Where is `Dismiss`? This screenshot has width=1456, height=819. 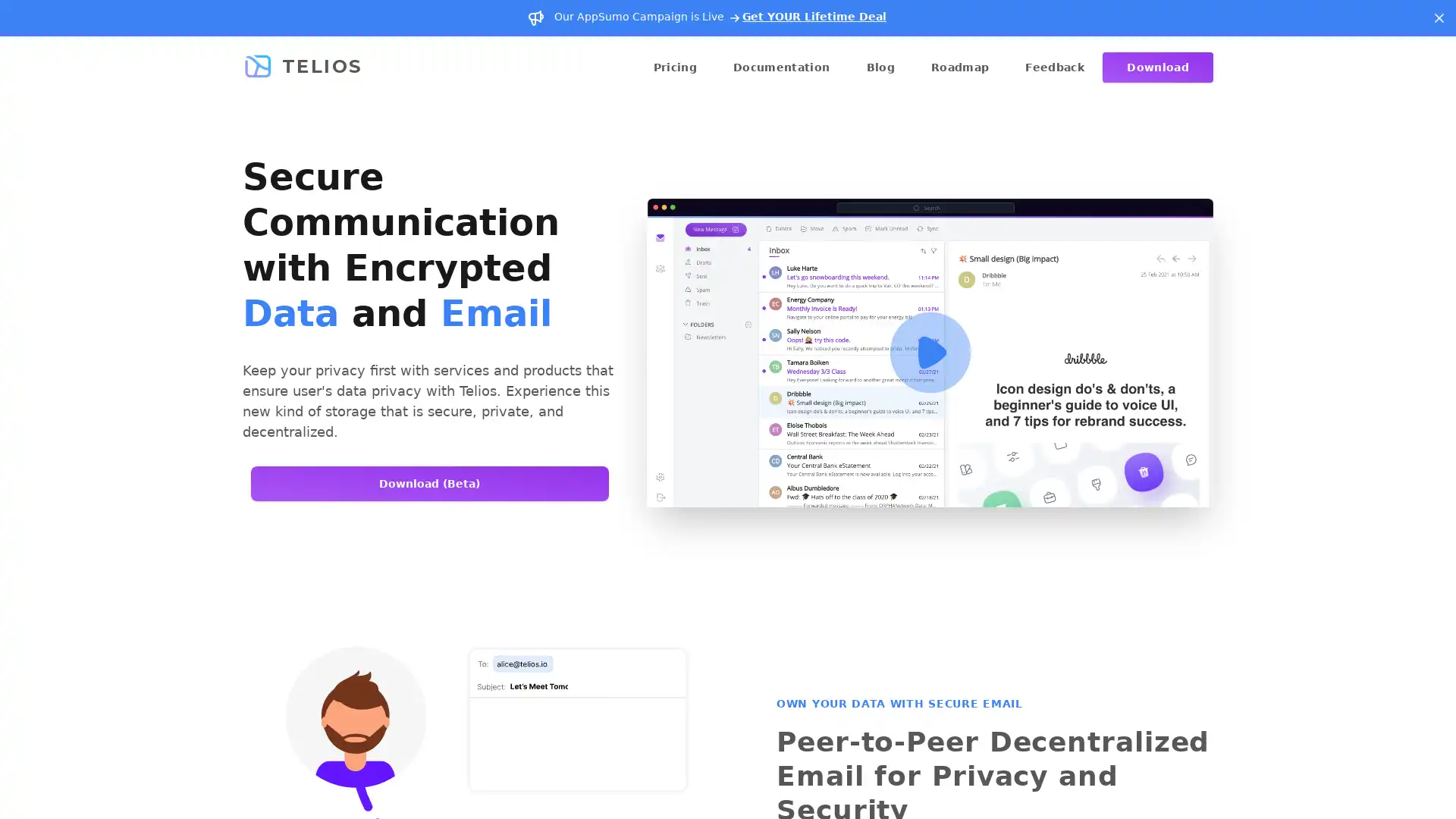
Dismiss is located at coordinates (1438, 17).